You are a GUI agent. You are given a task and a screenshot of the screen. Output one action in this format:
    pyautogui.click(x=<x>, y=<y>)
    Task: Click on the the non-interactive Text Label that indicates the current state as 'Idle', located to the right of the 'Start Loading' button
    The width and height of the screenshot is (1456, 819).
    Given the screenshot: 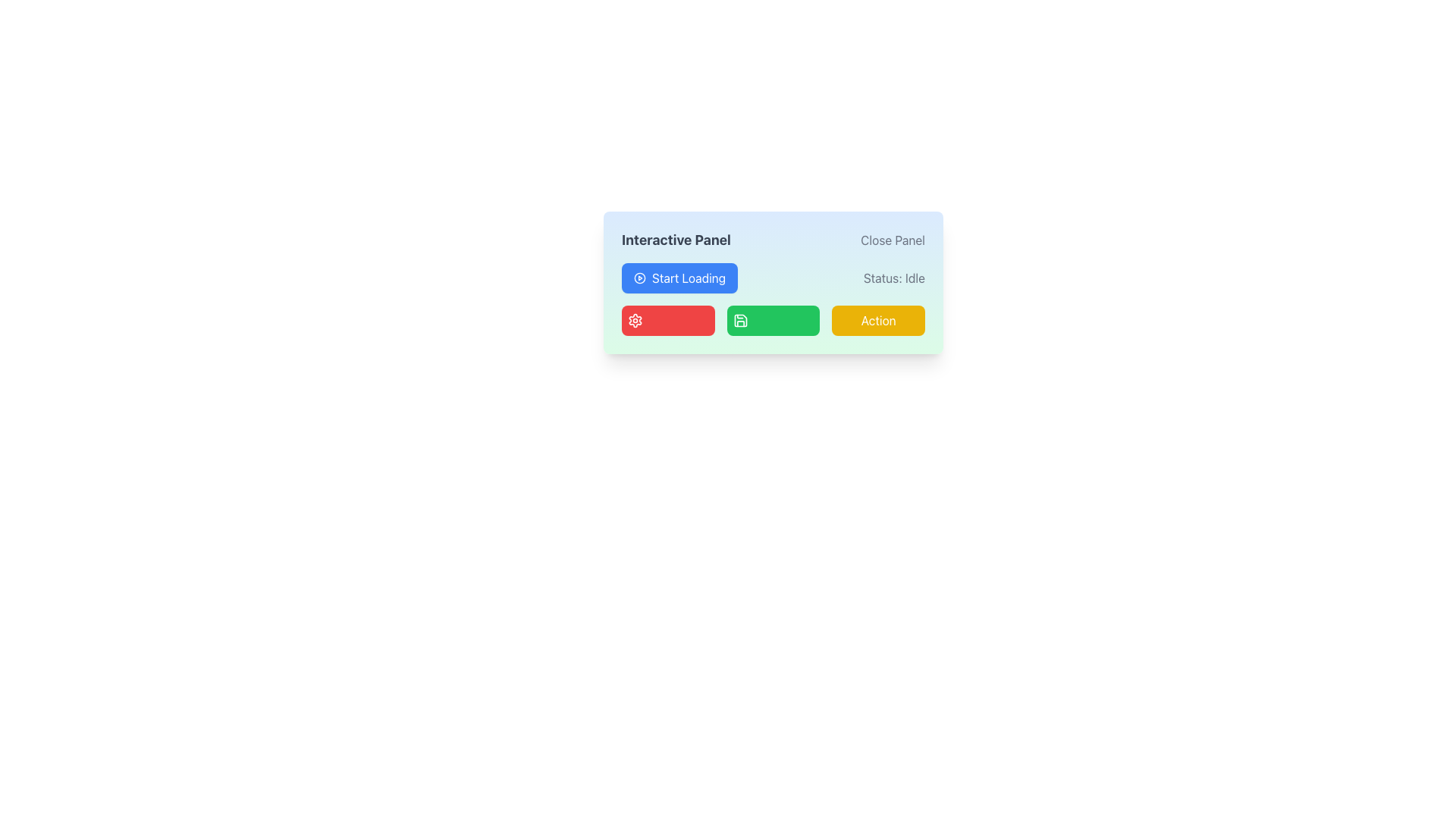 What is the action you would take?
    pyautogui.click(x=894, y=278)
    